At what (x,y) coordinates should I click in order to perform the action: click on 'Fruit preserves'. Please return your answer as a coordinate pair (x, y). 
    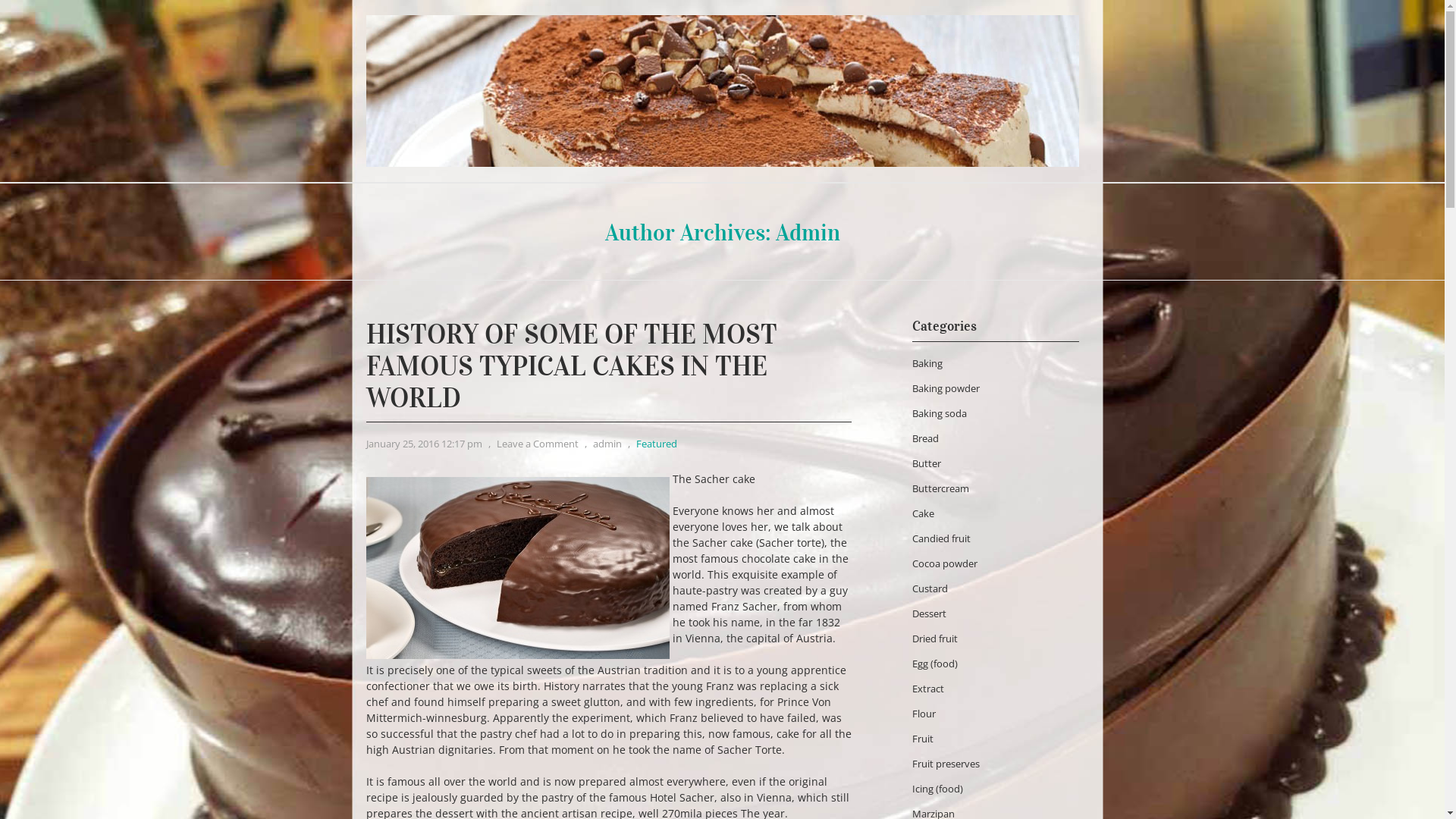
    Looking at the image, I should click on (944, 763).